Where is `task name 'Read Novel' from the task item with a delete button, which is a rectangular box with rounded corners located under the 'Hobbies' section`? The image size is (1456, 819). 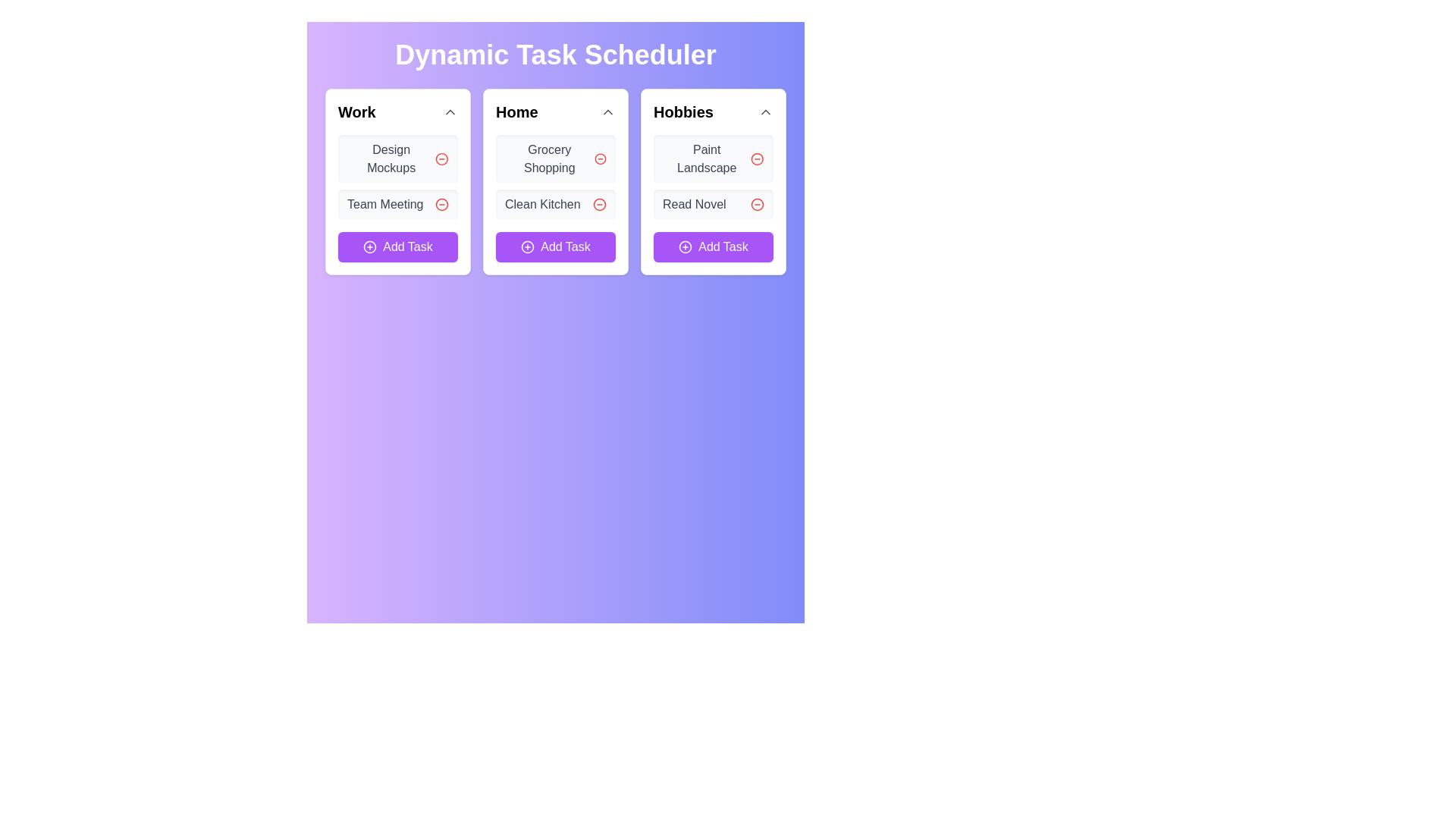
task name 'Read Novel' from the task item with a delete button, which is a rectangular box with rounded corners located under the 'Hobbies' section is located at coordinates (712, 205).